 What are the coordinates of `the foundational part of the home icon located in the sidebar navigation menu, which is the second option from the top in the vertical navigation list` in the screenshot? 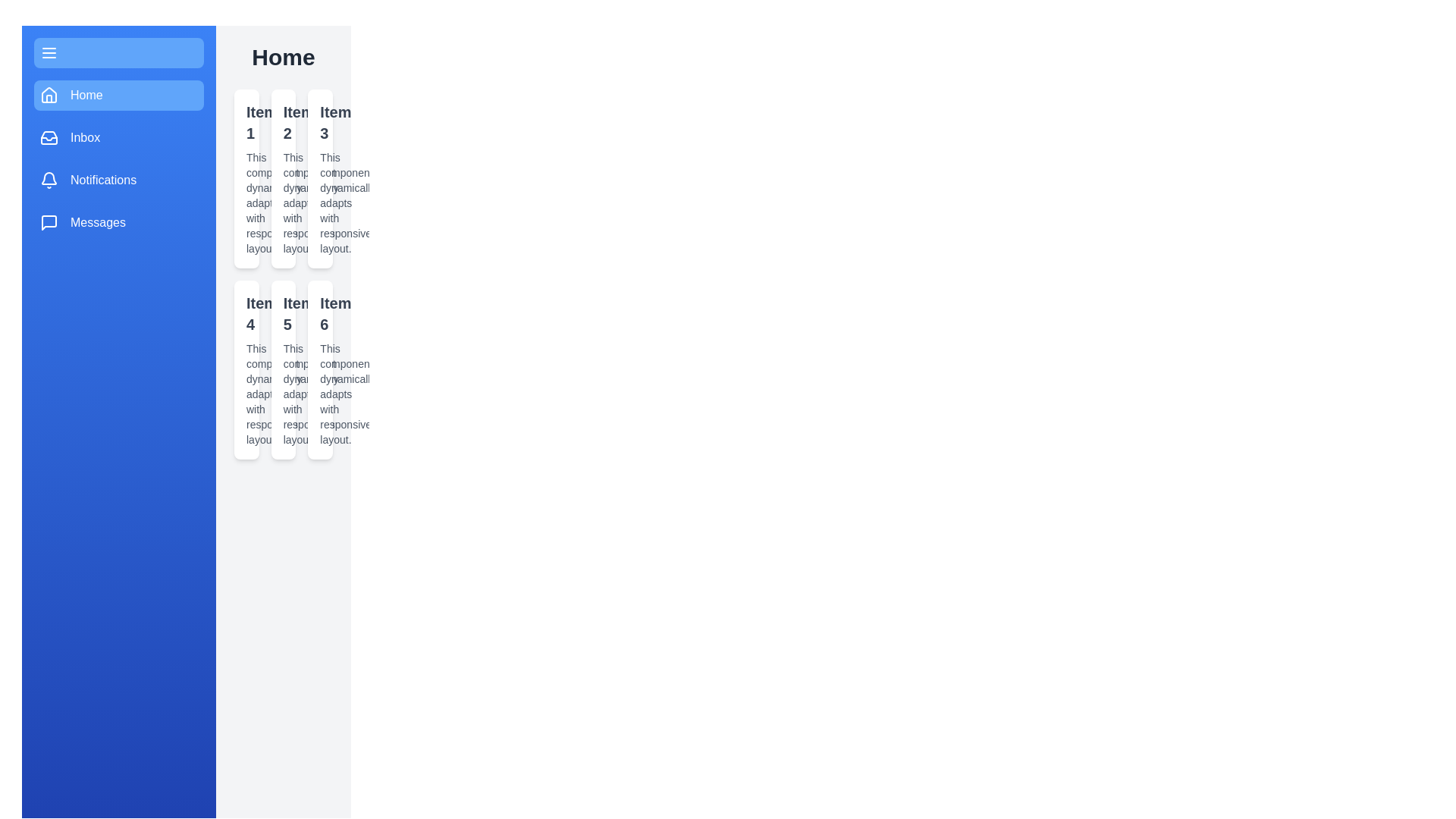 It's located at (49, 99).